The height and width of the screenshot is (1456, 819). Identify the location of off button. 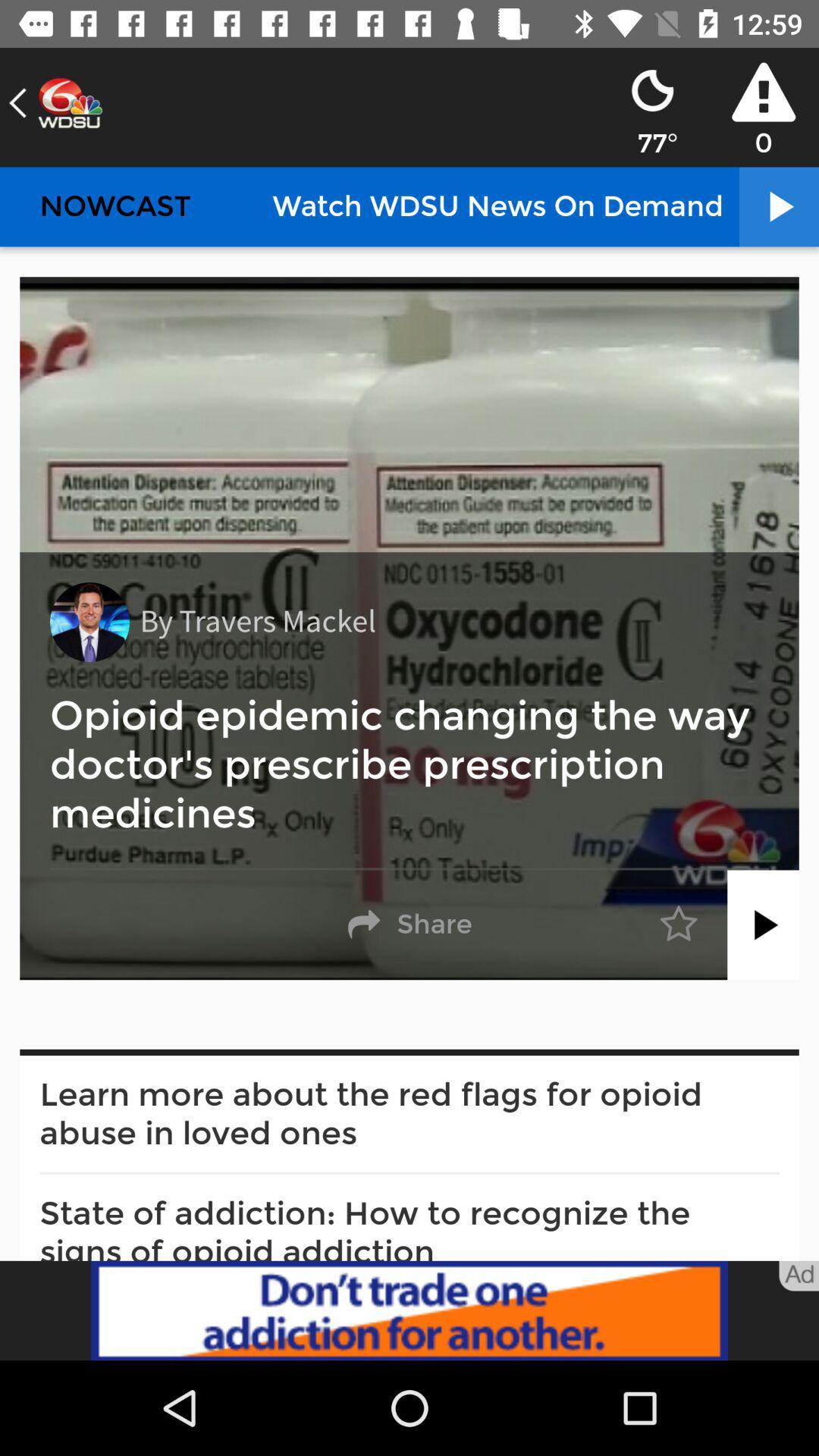
(763, 924).